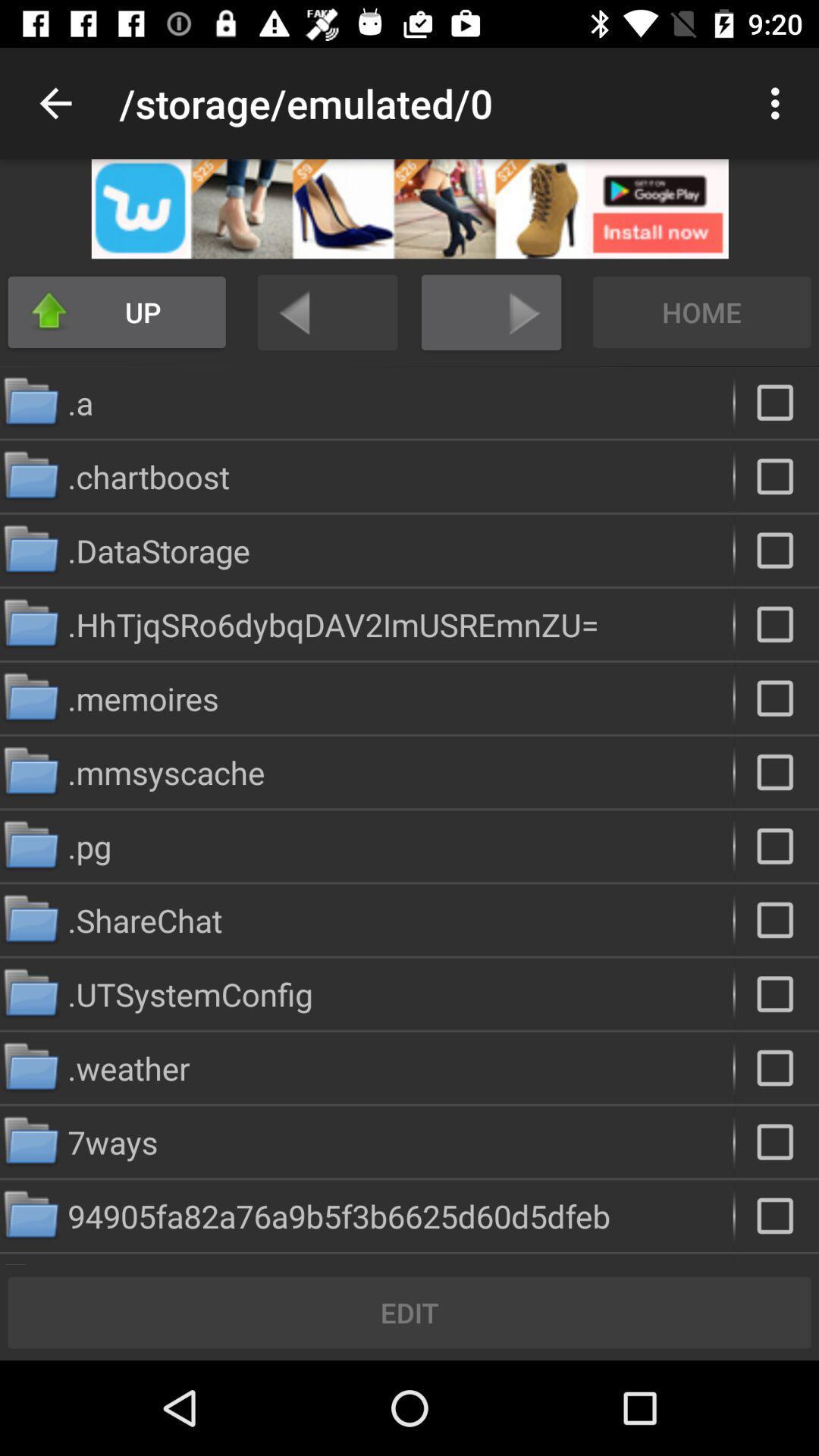  What do you see at coordinates (777, 919) in the screenshot?
I see `sharechat select button` at bounding box center [777, 919].